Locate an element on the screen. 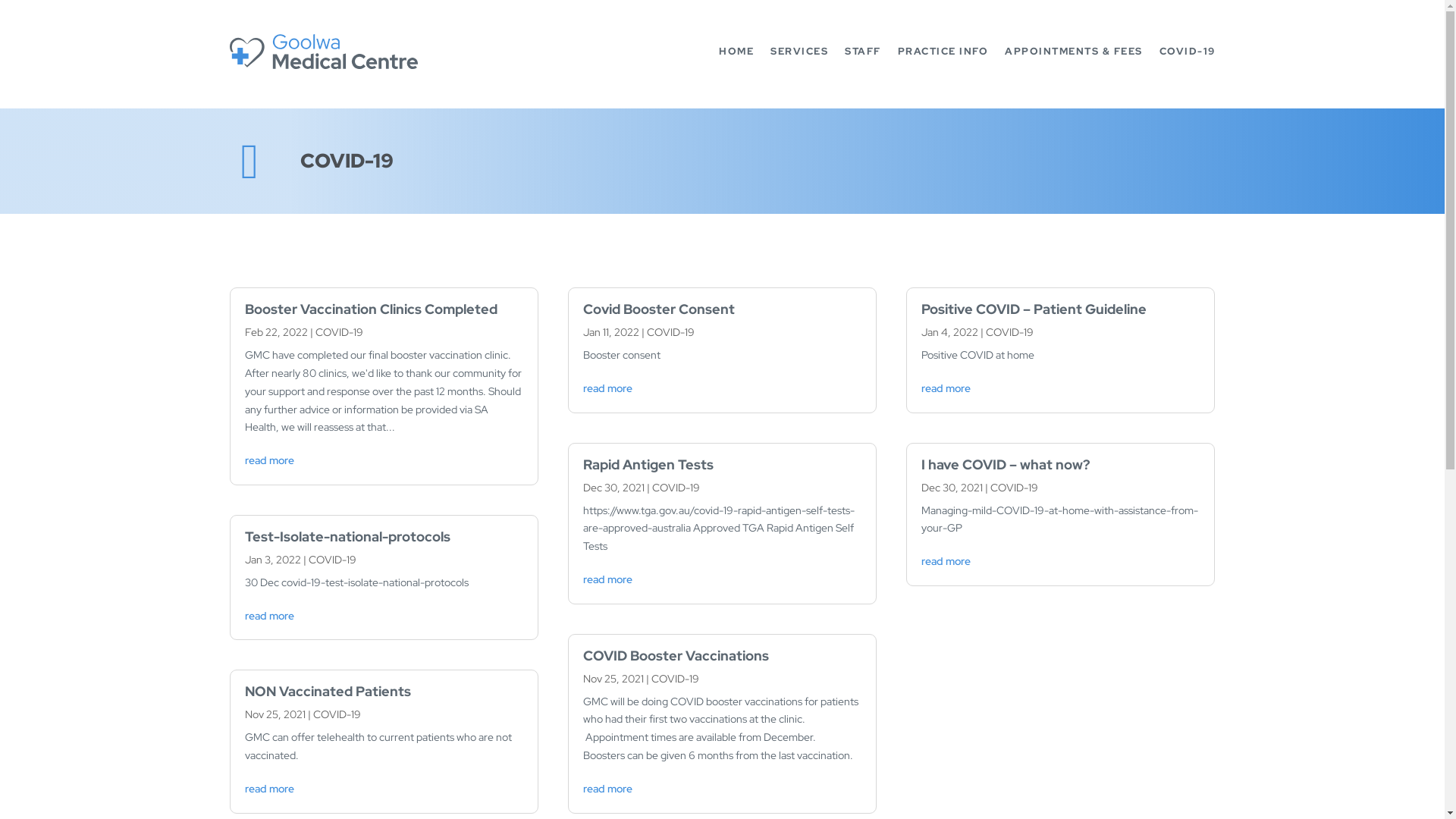 The width and height of the screenshot is (1456, 819). 'COVID-19' is located at coordinates (651, 677).